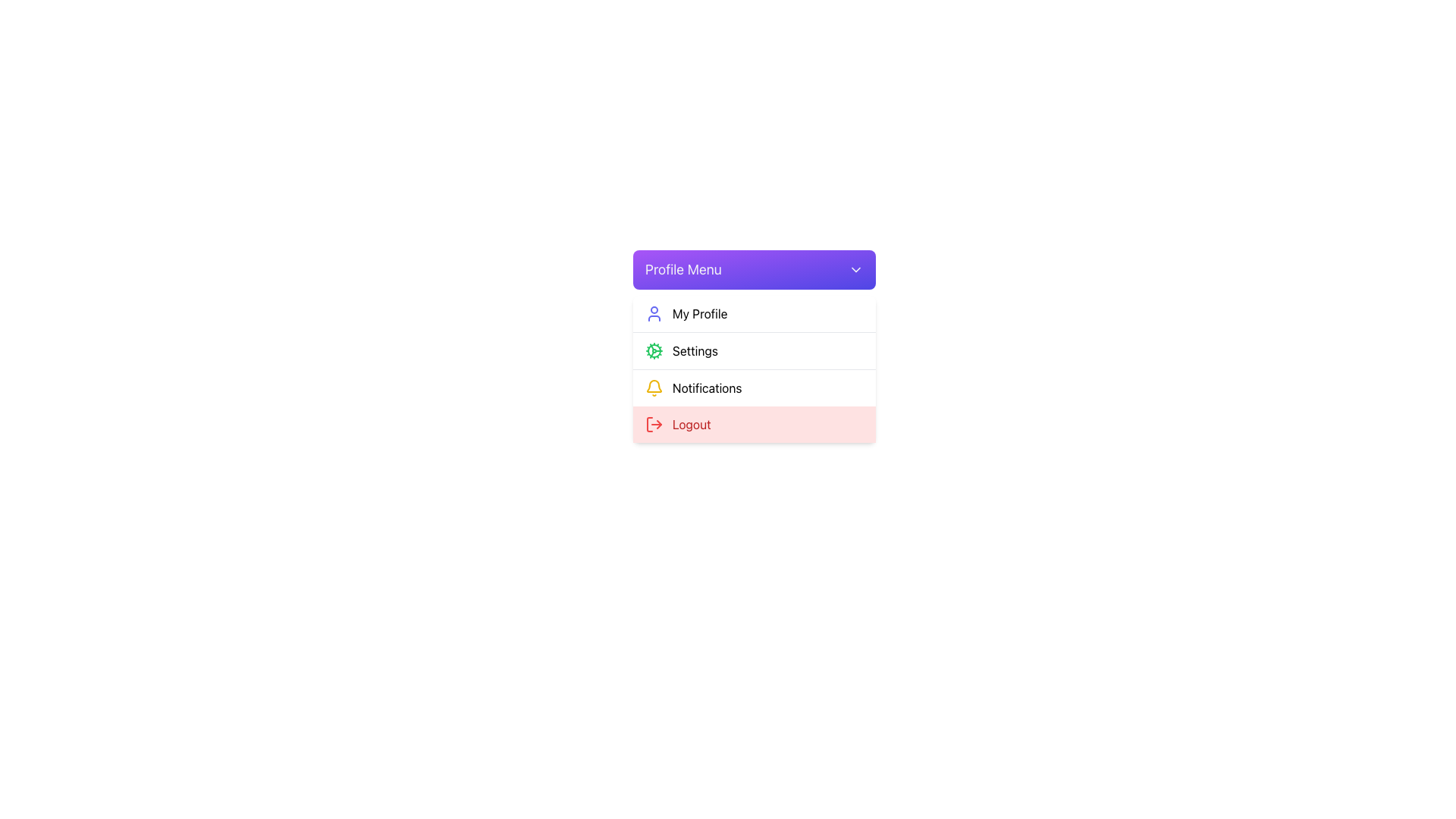  I want to click on the third menu item in the vertical list, which provides access to the notifications section, so click(754, 386).